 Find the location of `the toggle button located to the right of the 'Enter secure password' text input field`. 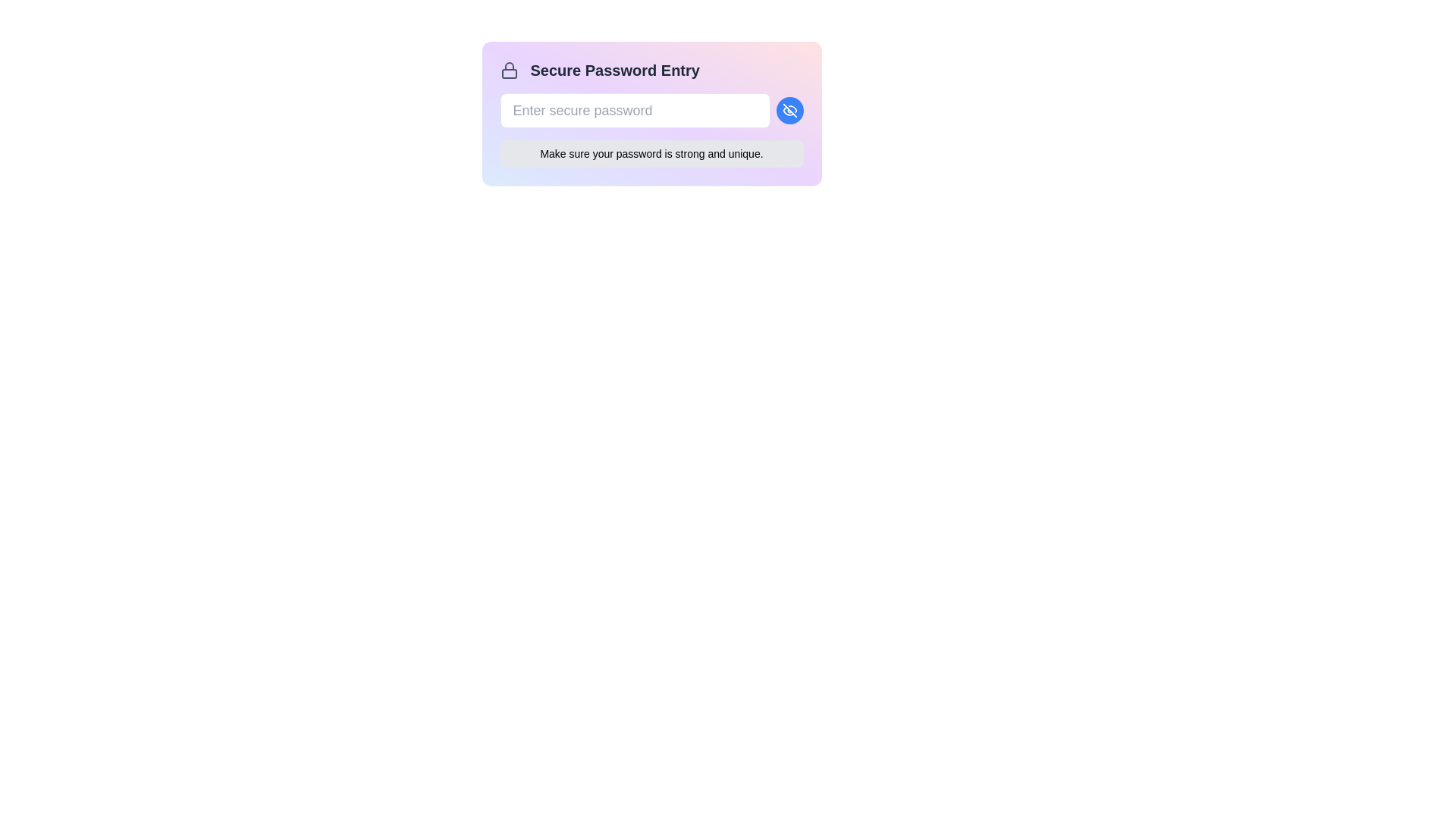

the toggle button located to the right of the 'Enter secure password' text input field is located at coordinates (789, 110).